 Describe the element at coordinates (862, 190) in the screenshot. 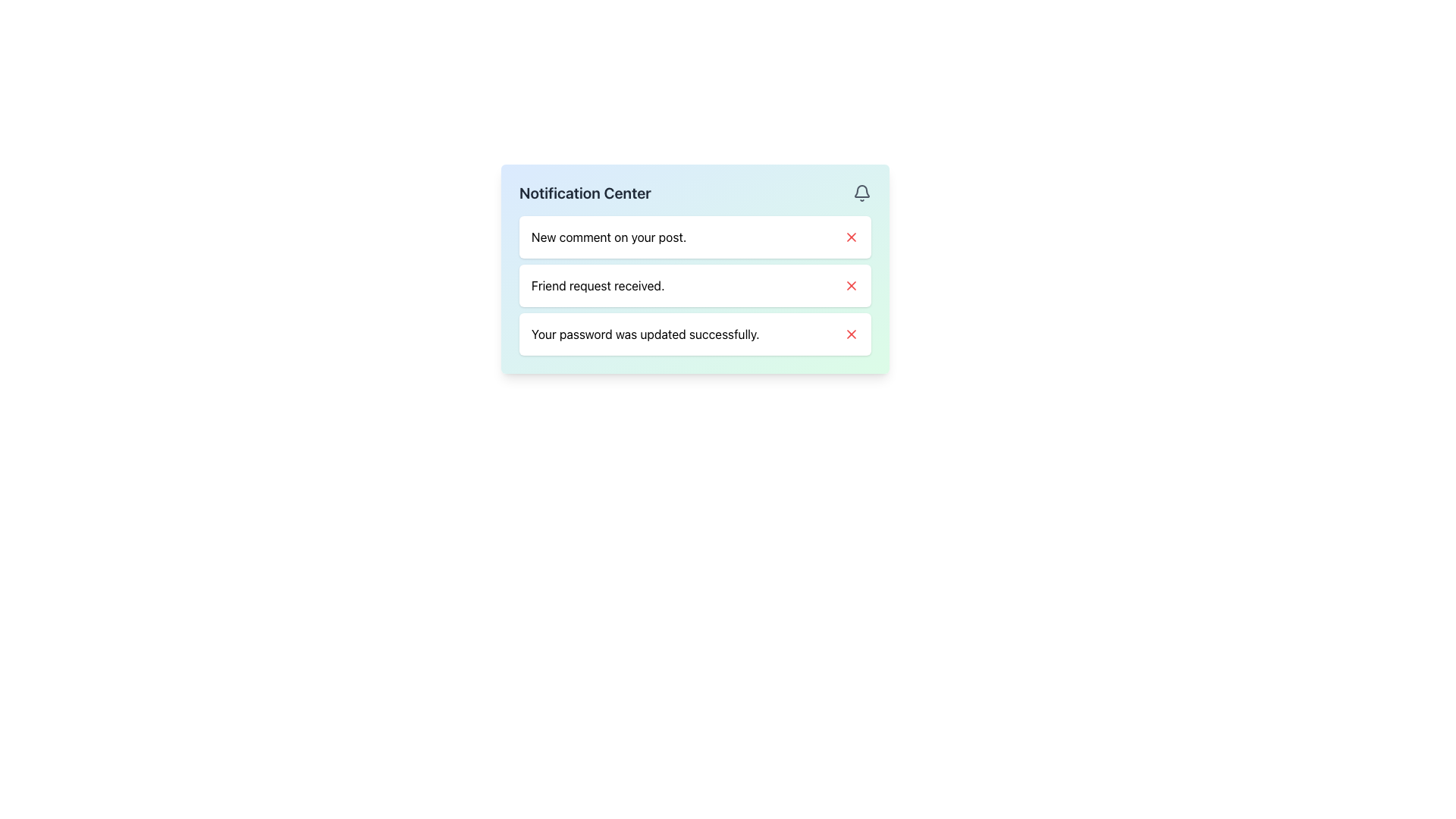

I see `the bell-shaped notification icon located at the top right corner of the notification panel` at that location.